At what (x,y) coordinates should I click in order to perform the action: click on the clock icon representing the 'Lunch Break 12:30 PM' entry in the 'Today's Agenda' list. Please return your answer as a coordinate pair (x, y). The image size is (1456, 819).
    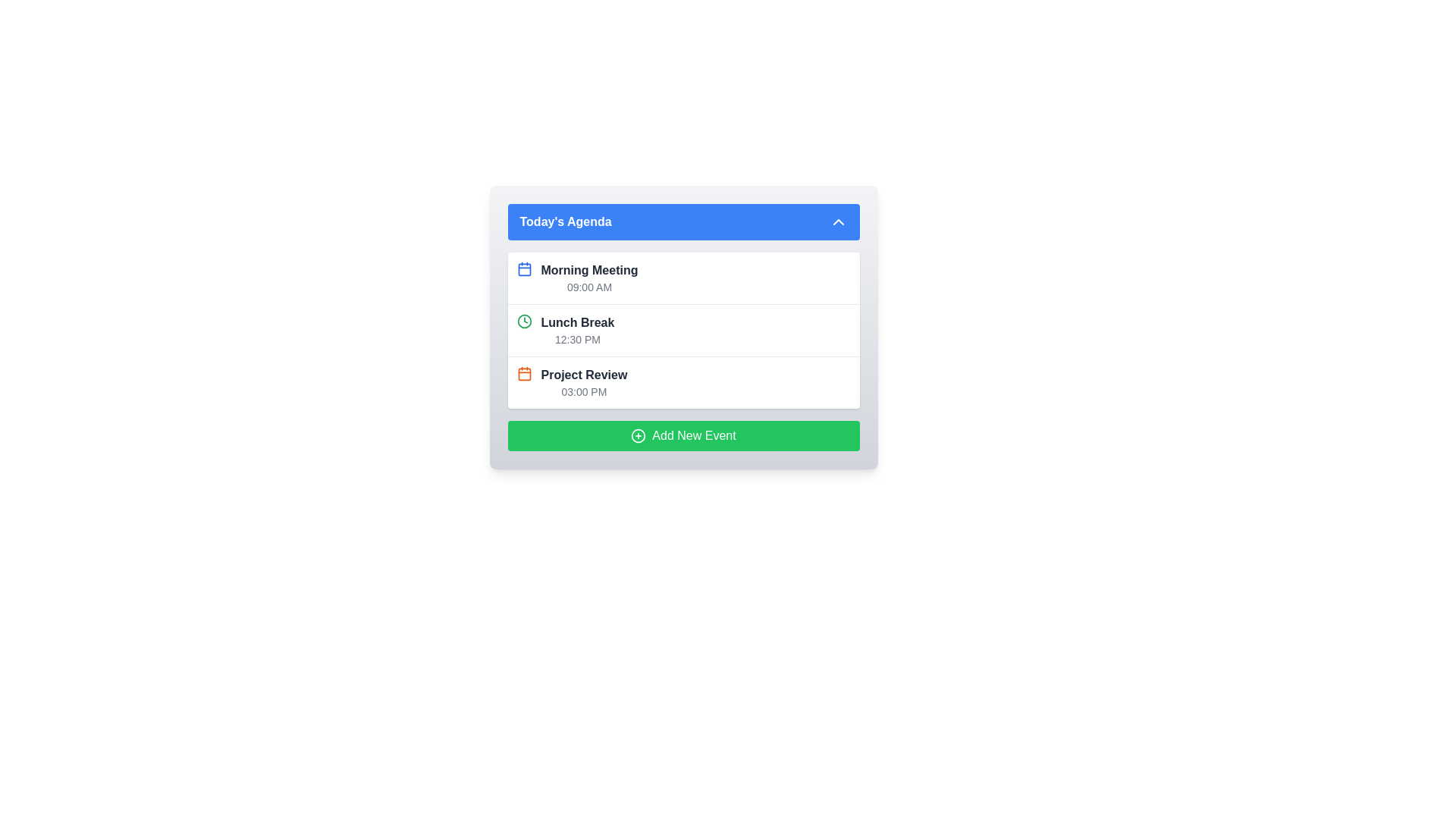
    Looking at the image, I should click on (524, 329).